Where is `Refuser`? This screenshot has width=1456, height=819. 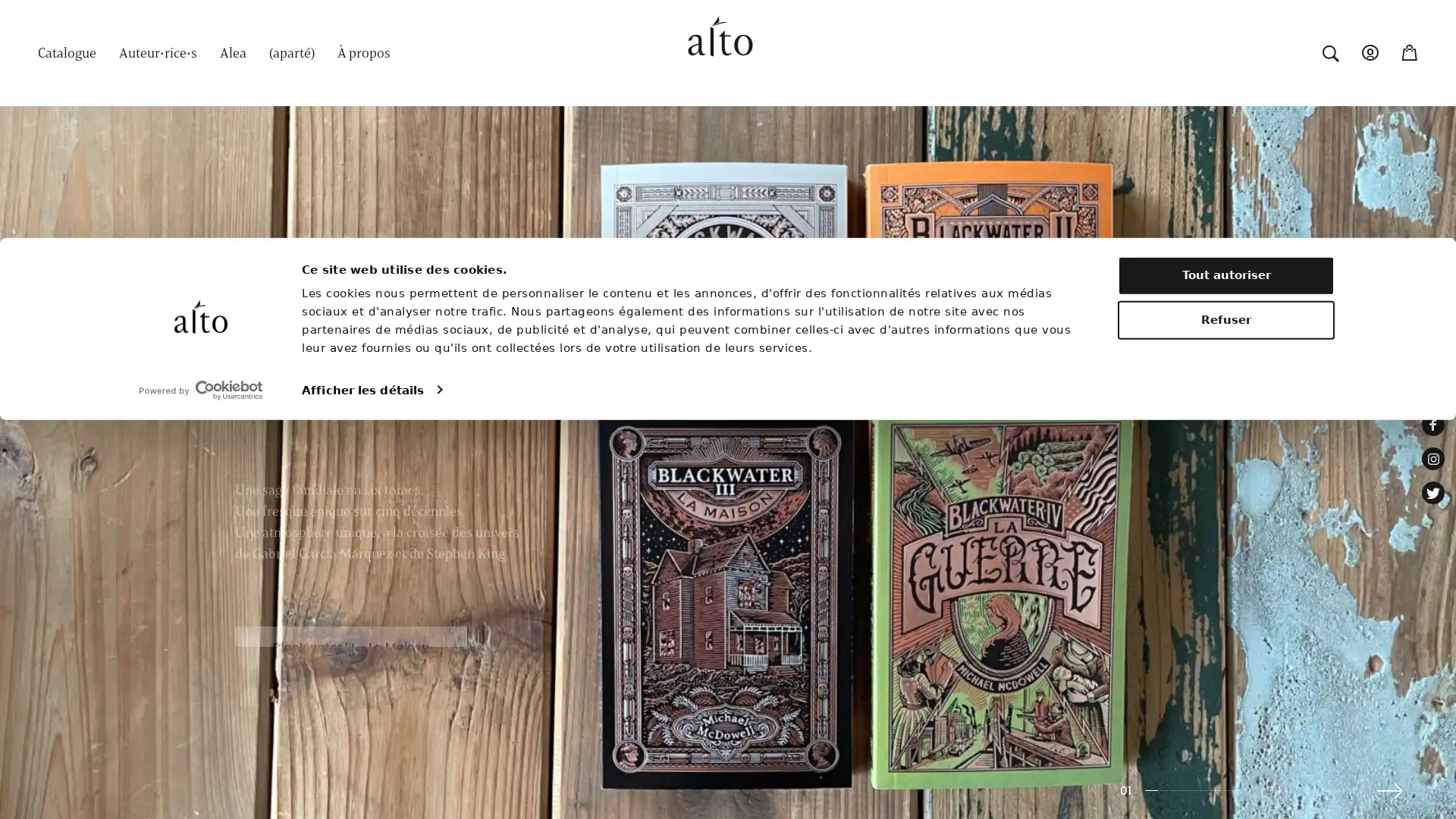 Refuser is located at coordinates (1226, 718).